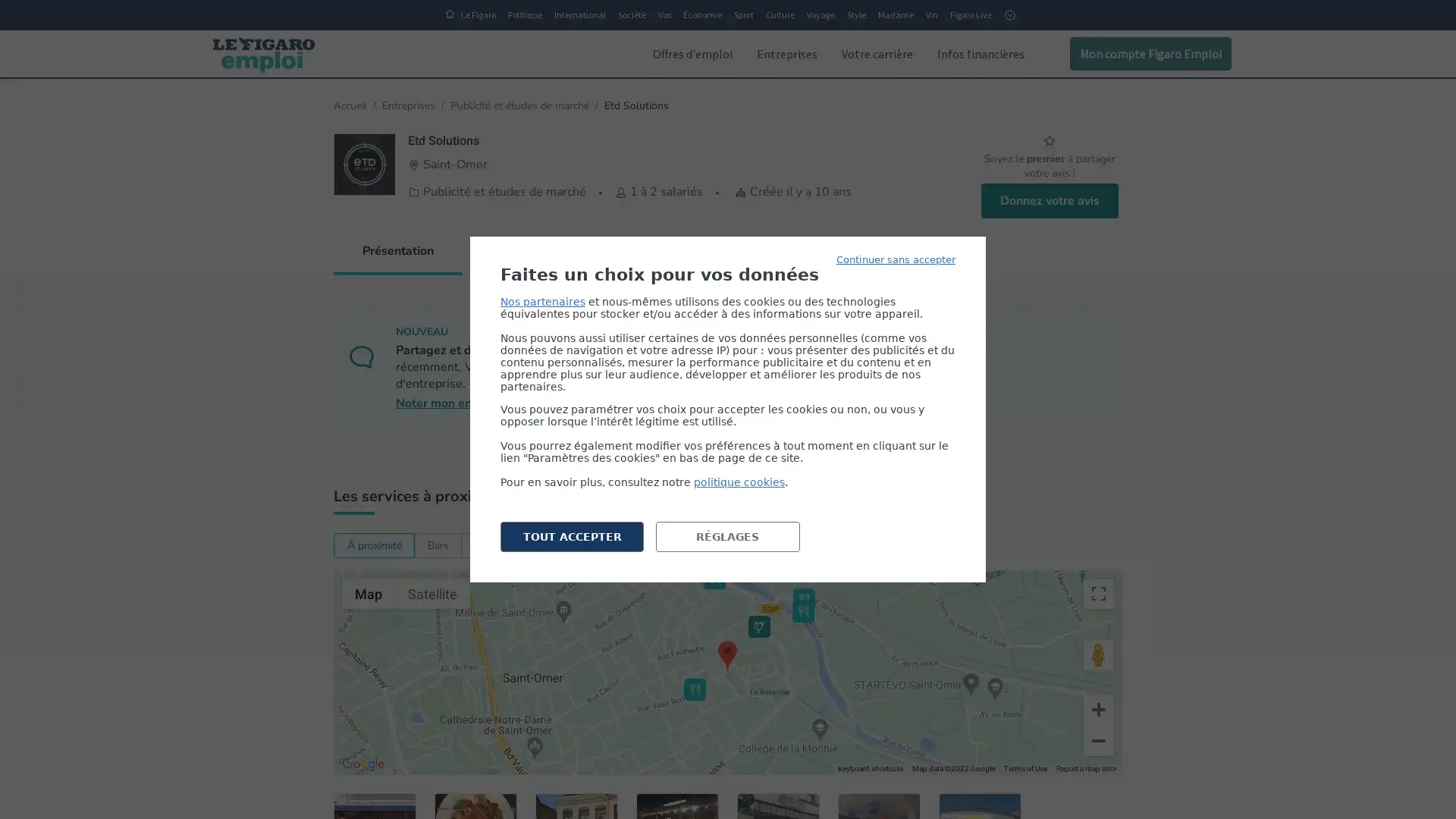  Describe the element at coordinates (759, 626) in the screenshot. I see `Tabac au Prix d'Amerique` at that location.